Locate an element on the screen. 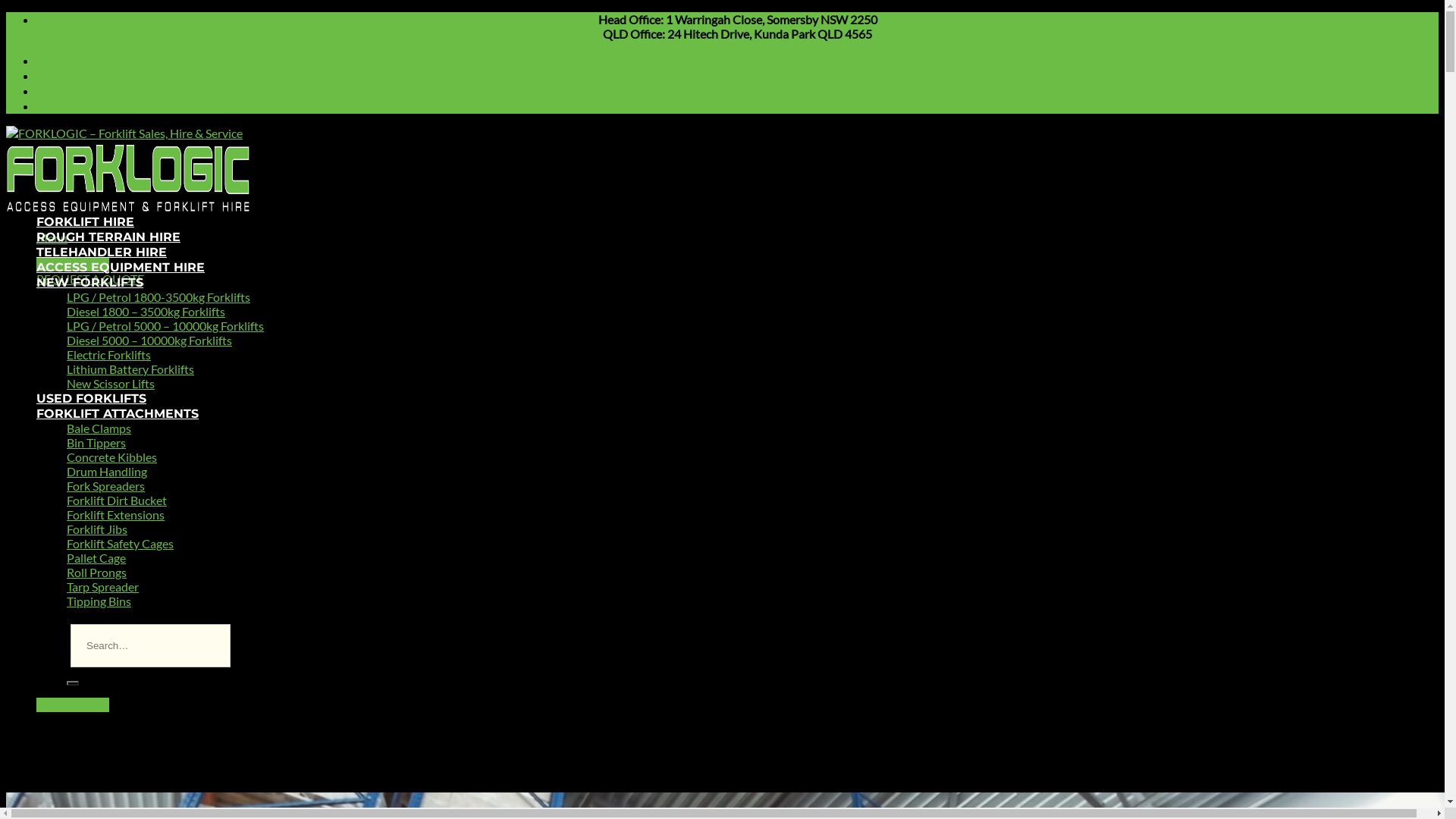 This screenshot has height=819, width=1456. 'NEW FORKLIFTS' is located at coordinates (36, 282).